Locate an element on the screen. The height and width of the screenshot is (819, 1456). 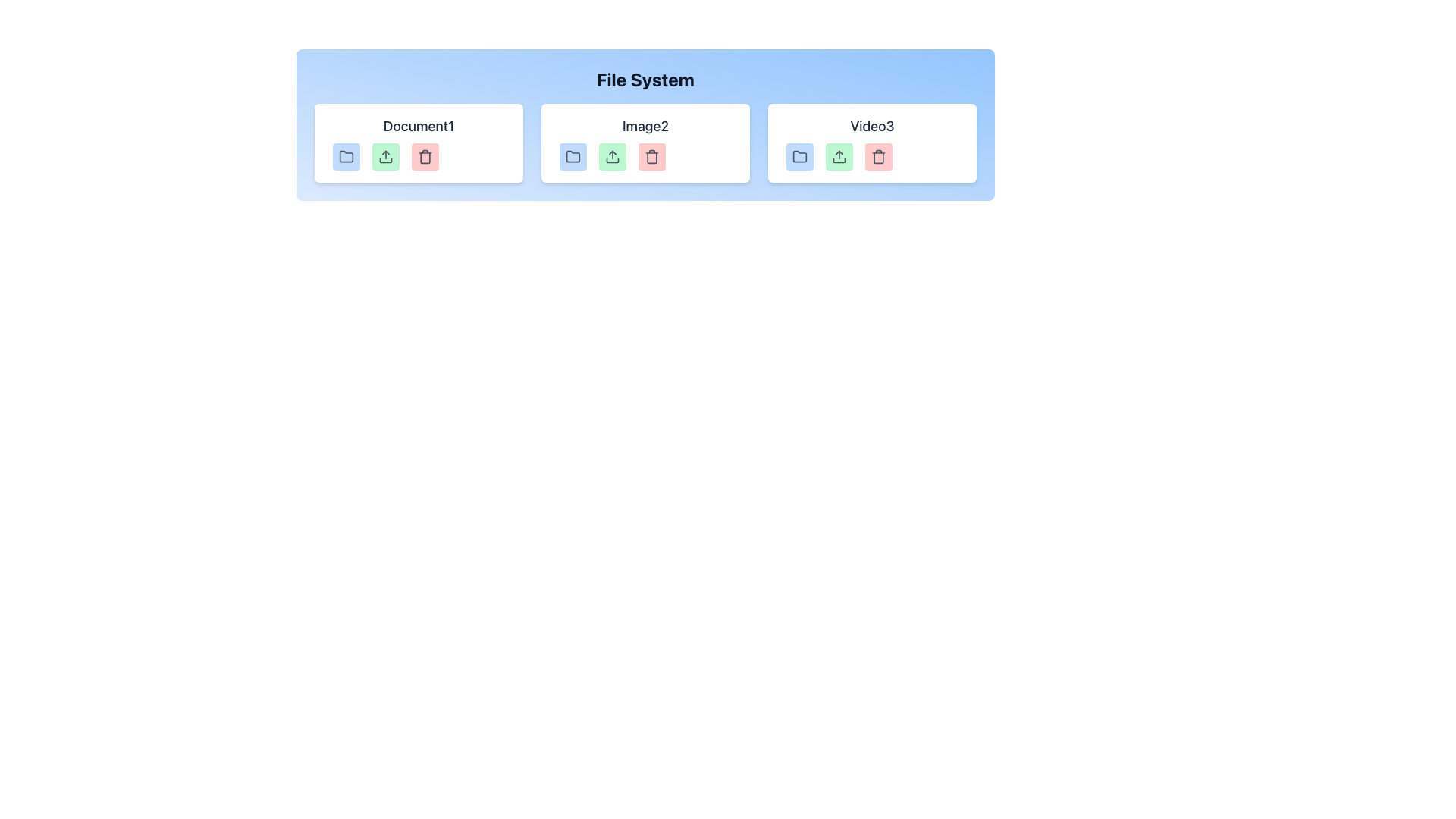
the bottom rectangular section of the upload icon, which is part of the green upload button in the central card associated with 'Image2' is located at coordinates (612, 161).